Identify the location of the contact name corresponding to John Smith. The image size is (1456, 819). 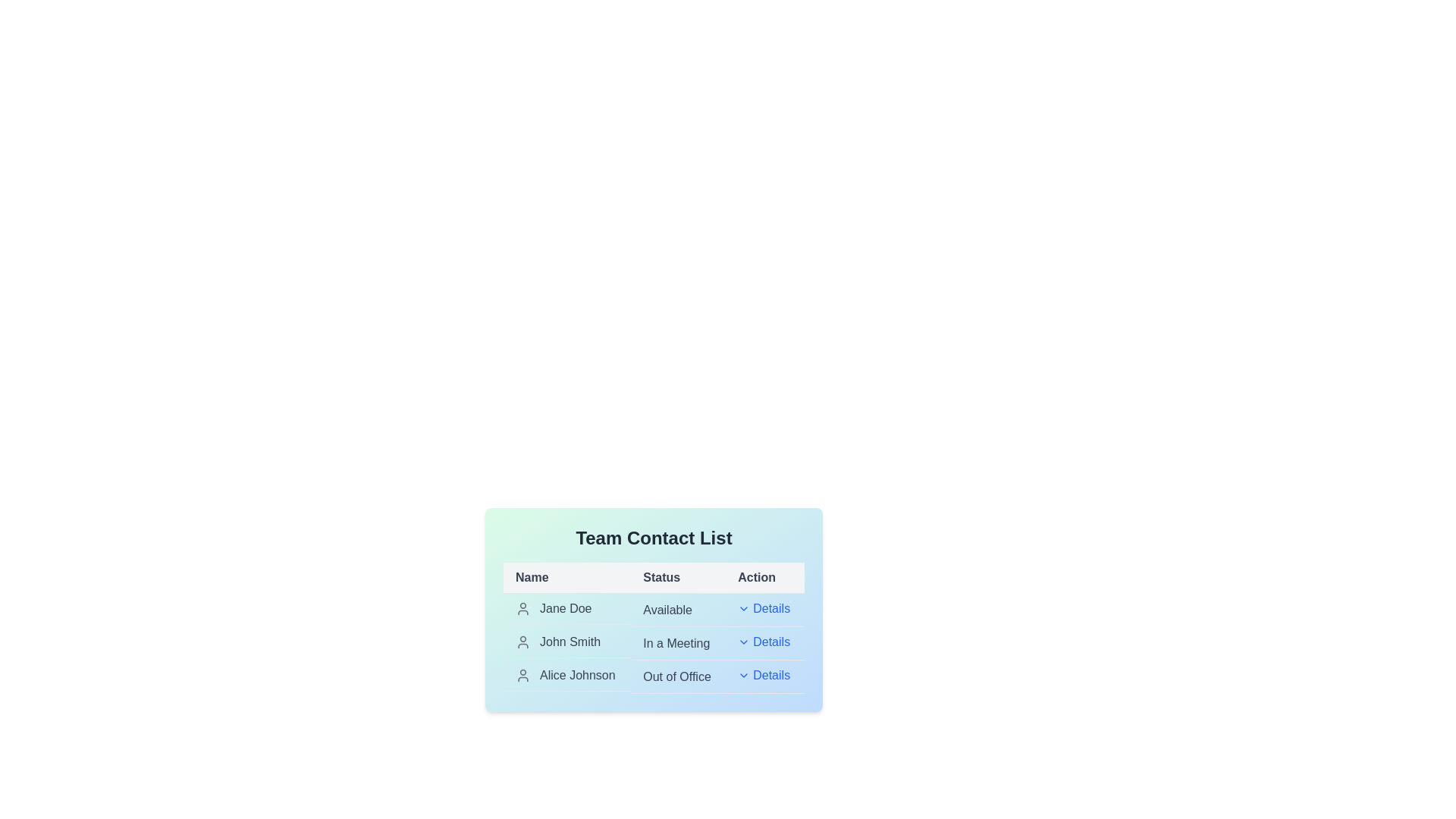
(566, 642).